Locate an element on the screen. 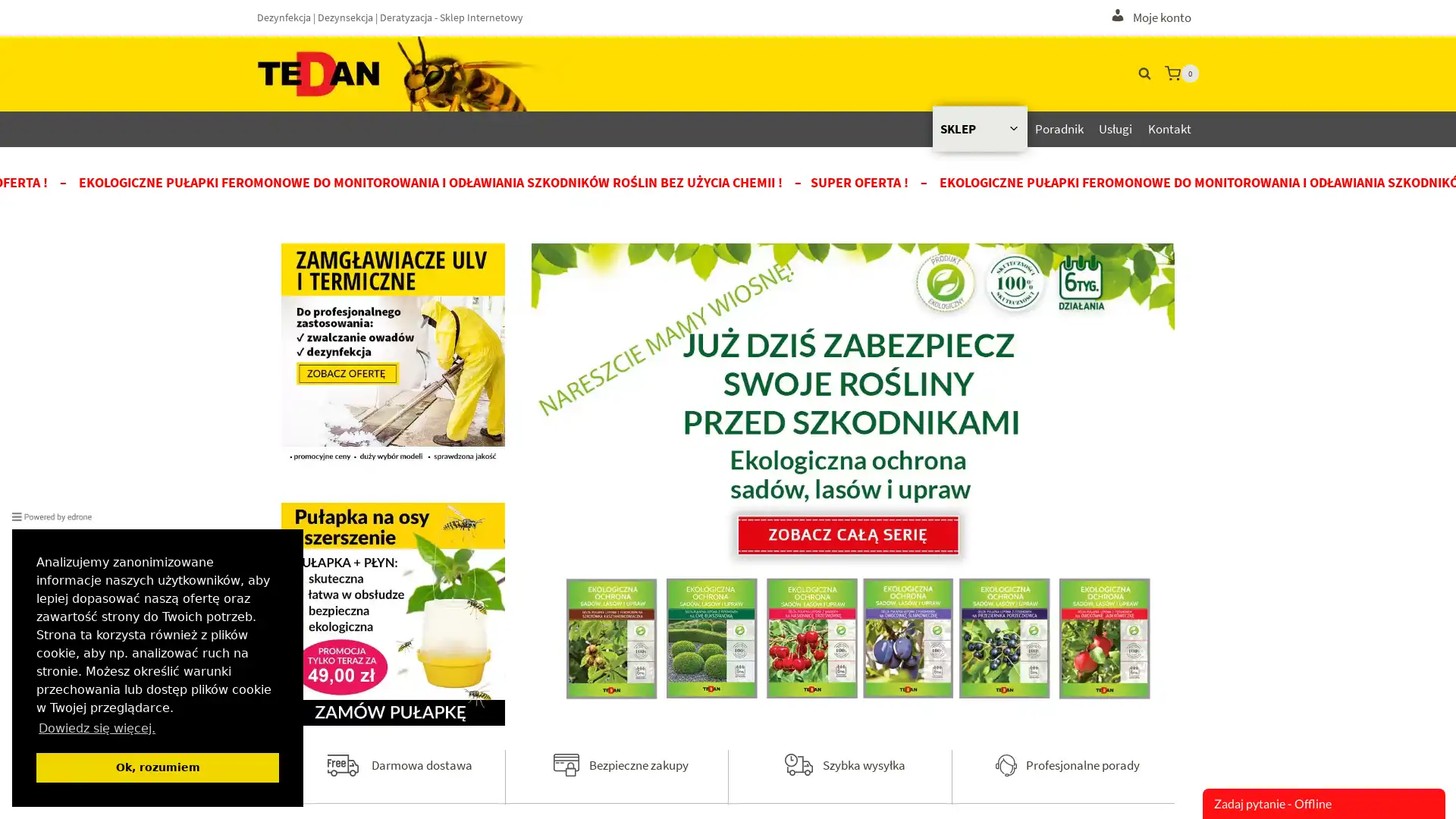  learn more about cookies is located at coordinates (96, 727).